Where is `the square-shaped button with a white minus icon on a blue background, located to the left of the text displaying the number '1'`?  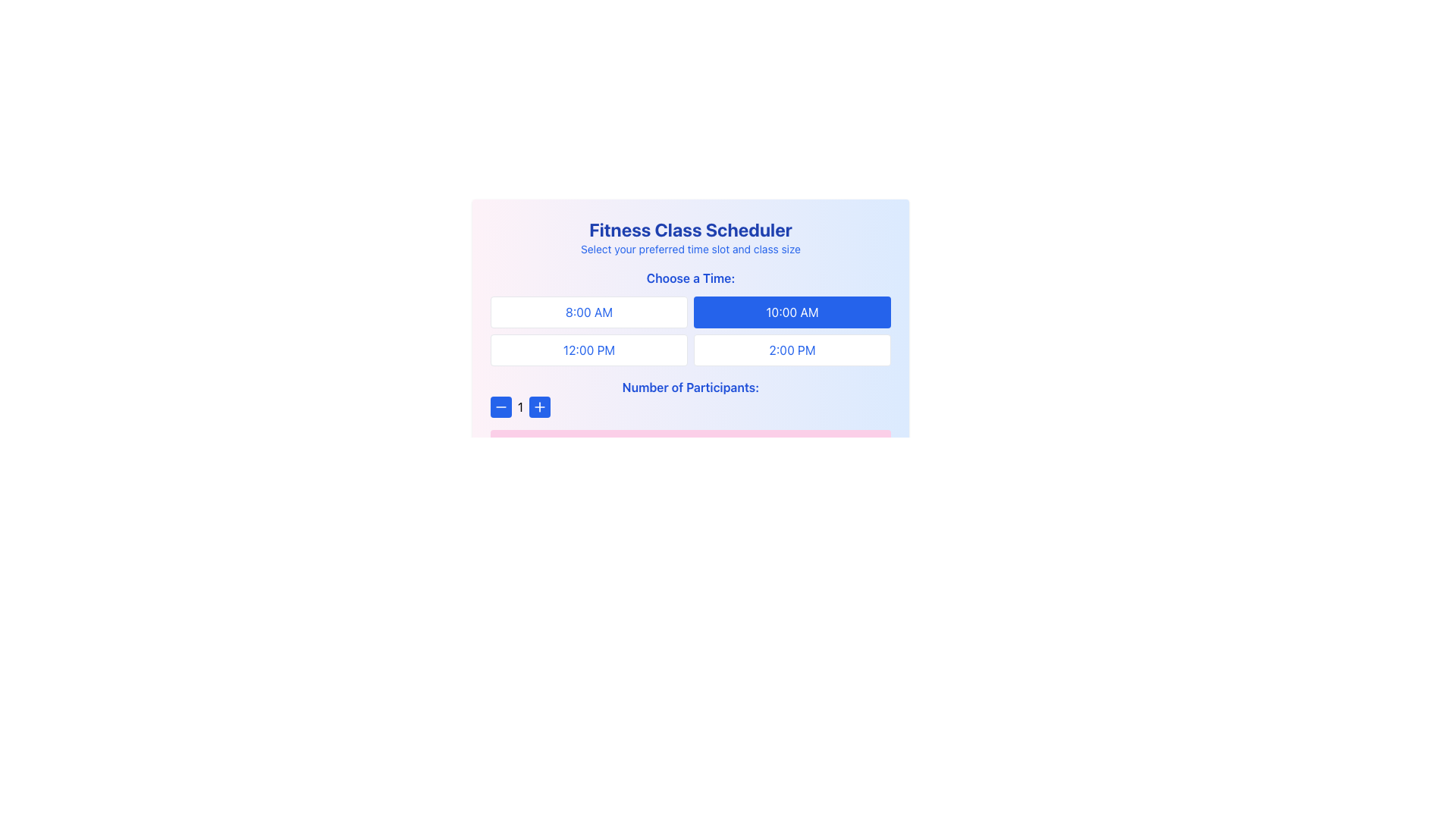
the square-shaped button with a white minus icon on a blue background, located to the left of the text displaying the number '1' is located at coordinates (501, 406).